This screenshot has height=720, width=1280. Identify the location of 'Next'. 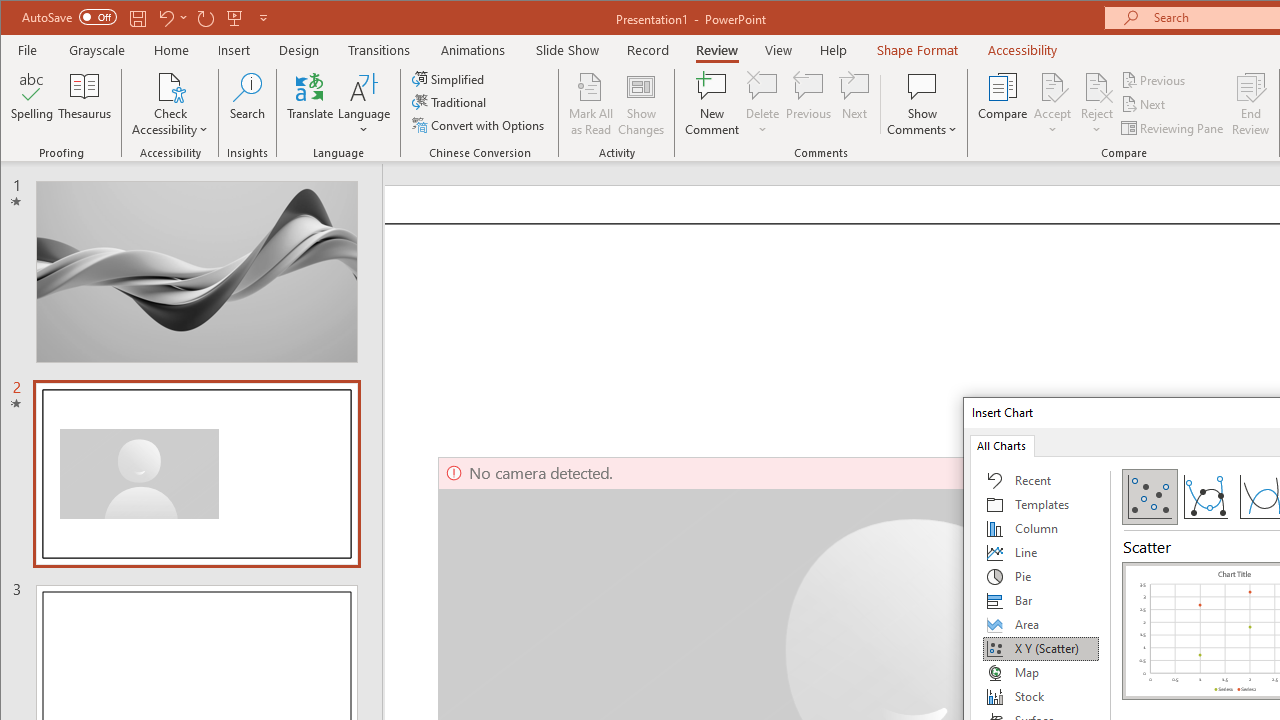
(1144, 104).